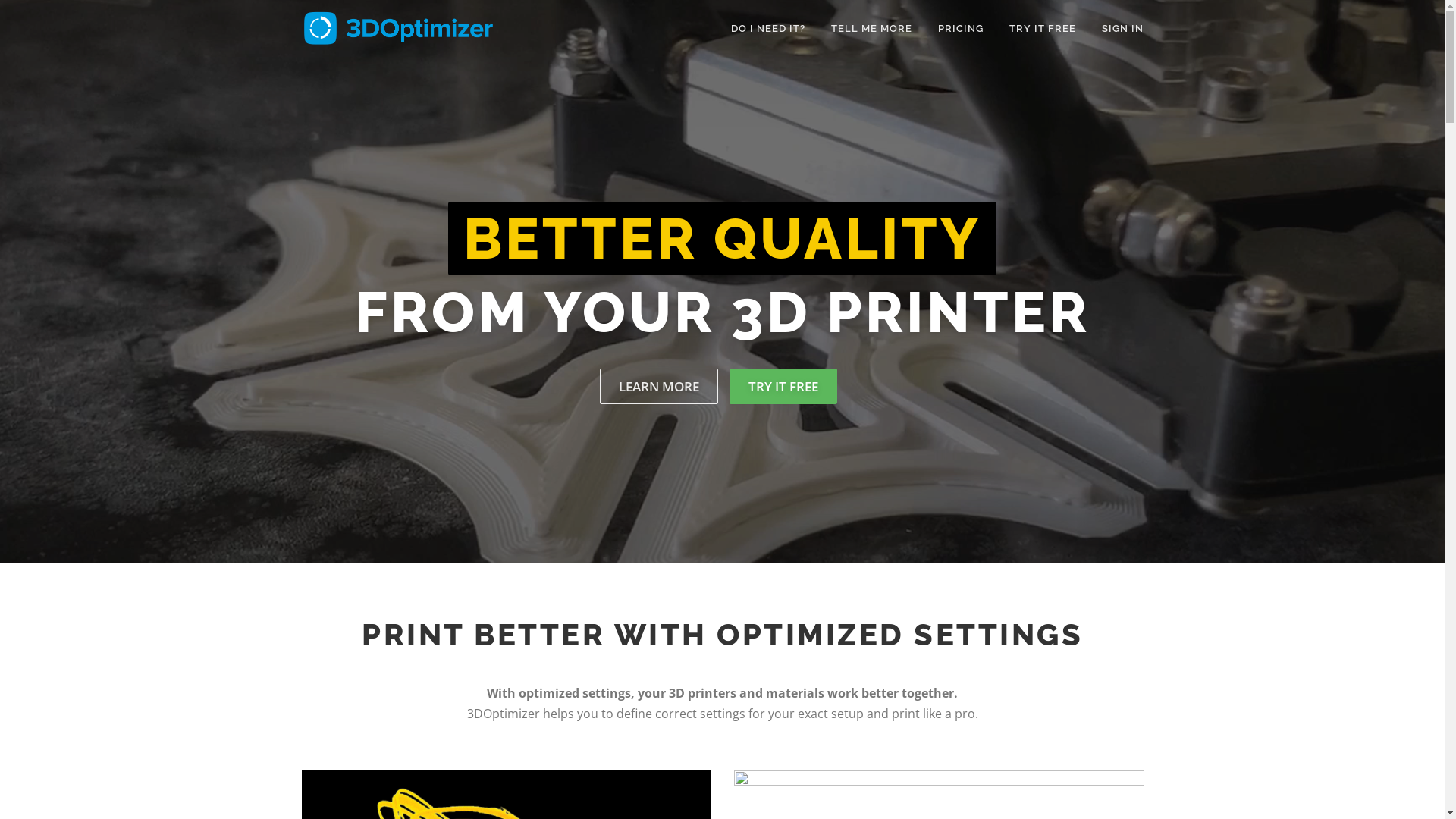 This screenshot has height=819, width=1456. What do you see at coordinates (658, 385) in the screenshot?
I see `'LEARN MORE'` at bounding box center [658, 385].